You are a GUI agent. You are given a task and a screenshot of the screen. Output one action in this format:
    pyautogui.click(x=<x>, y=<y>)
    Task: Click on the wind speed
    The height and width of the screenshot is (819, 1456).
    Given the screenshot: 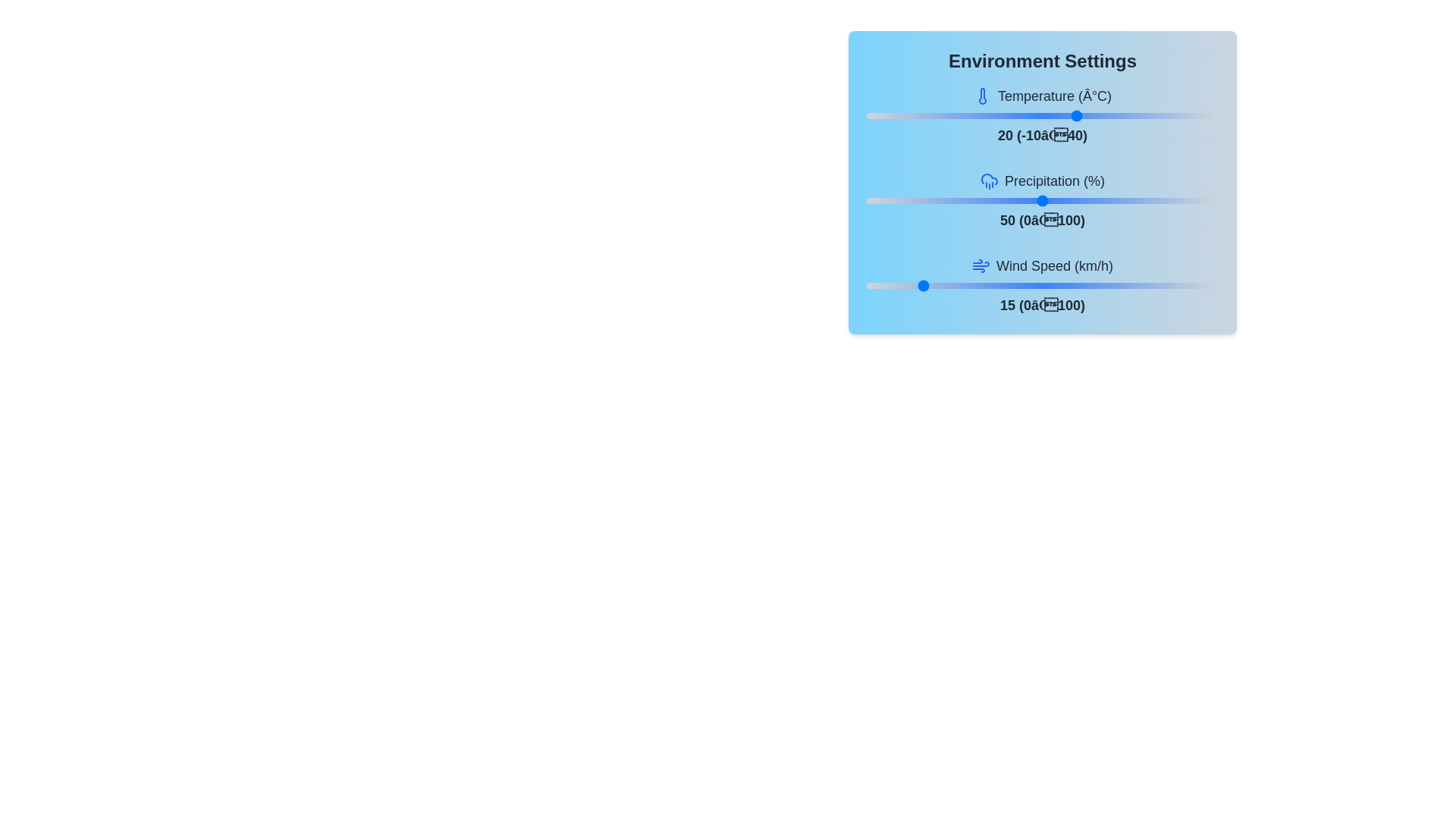 What is the action you would take?
    pyautogui.click(x=870, y=286)
    